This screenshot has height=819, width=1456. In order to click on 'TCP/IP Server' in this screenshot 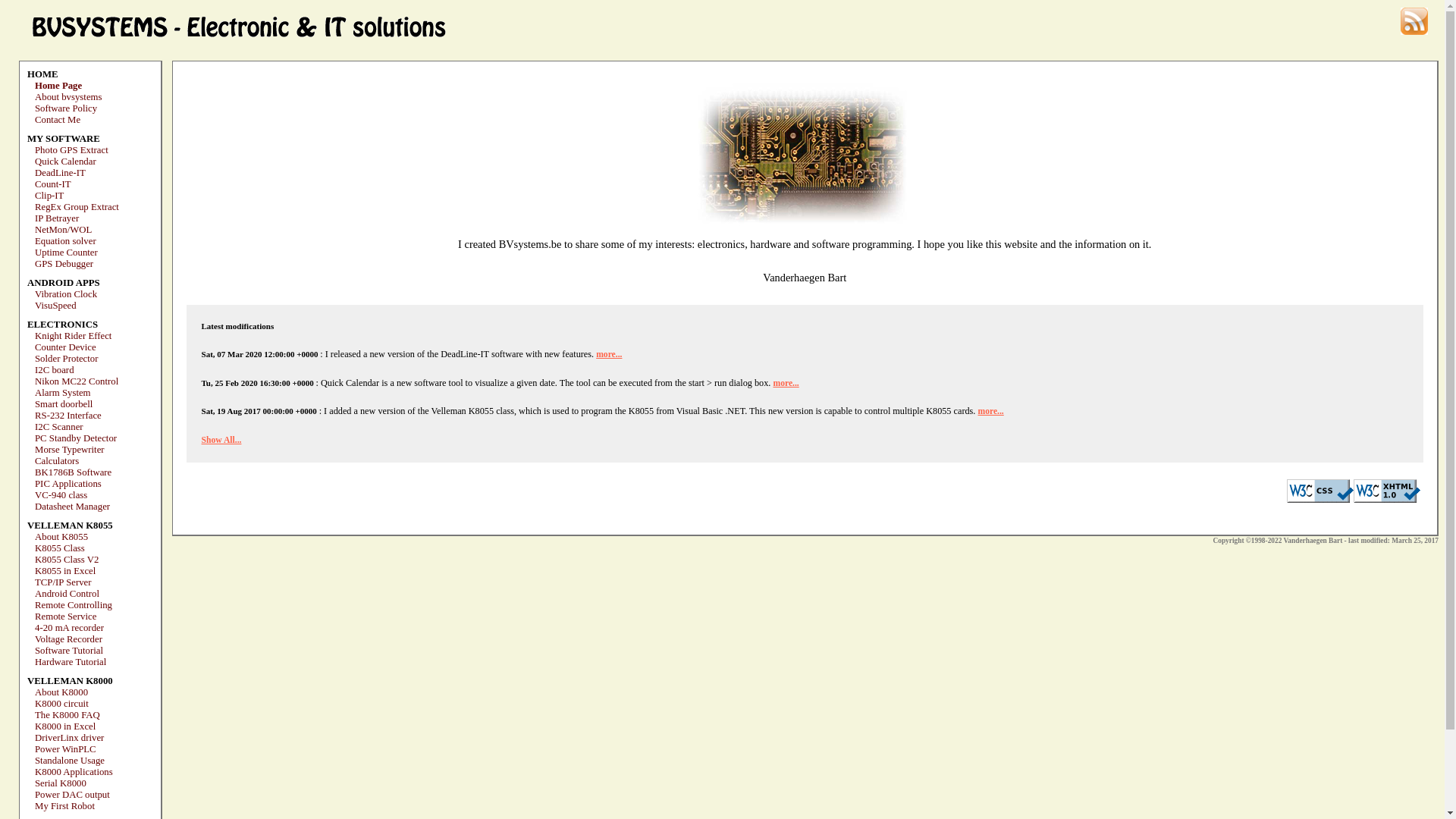, I will do `click(62, 581)`.